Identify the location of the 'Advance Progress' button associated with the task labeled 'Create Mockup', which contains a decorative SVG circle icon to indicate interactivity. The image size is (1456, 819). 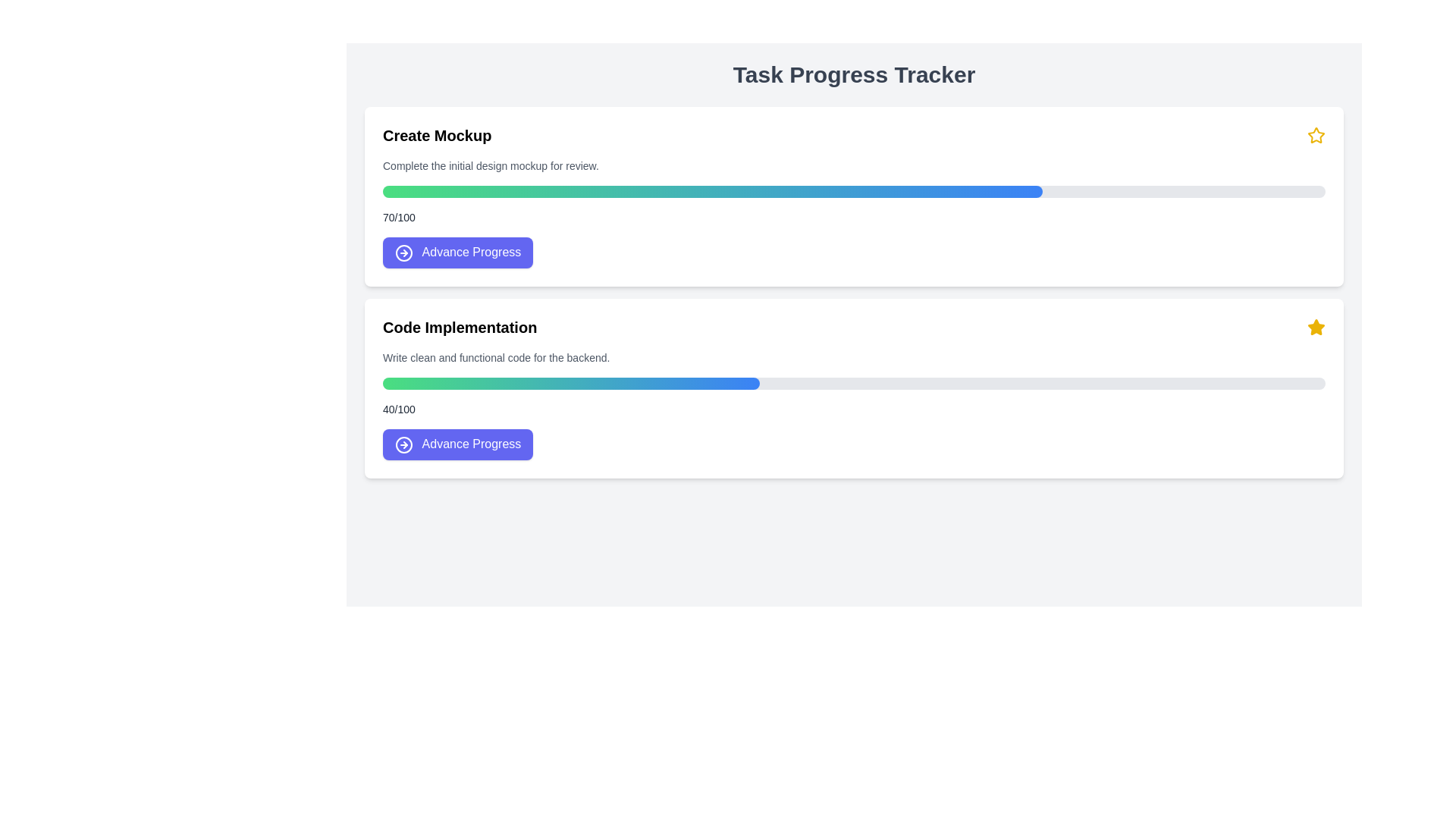
(403, 251).